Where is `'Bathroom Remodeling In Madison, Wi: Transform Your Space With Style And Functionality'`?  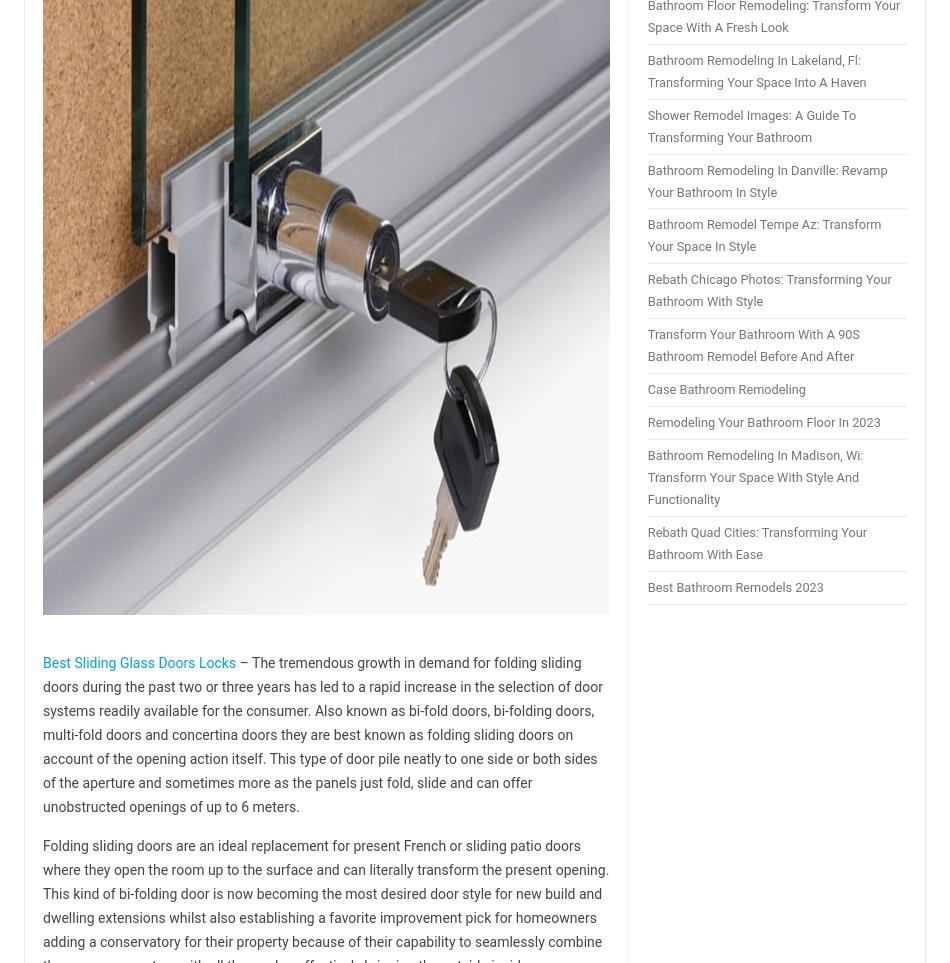
'Bathroom Remodeling In Madison, Wi: Transform Your Space With Style And Functionality' is located at coordinates (647, 475).